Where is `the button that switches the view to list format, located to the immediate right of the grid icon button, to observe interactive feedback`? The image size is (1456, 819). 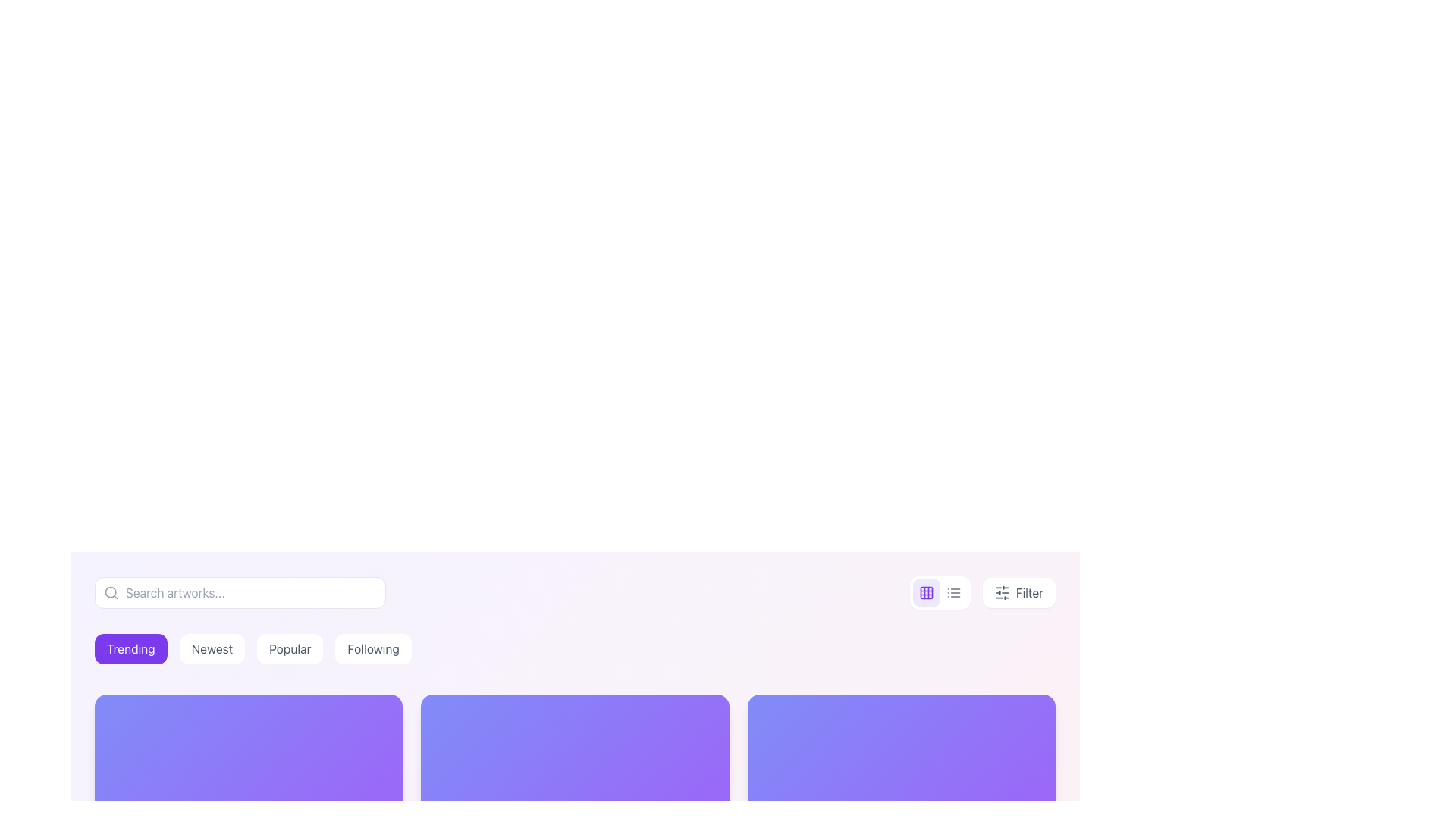 the button that switches the view to list format, located to the immediate right of the grid icon button, to observe interactive feedback is located at coordinates (952, 592).